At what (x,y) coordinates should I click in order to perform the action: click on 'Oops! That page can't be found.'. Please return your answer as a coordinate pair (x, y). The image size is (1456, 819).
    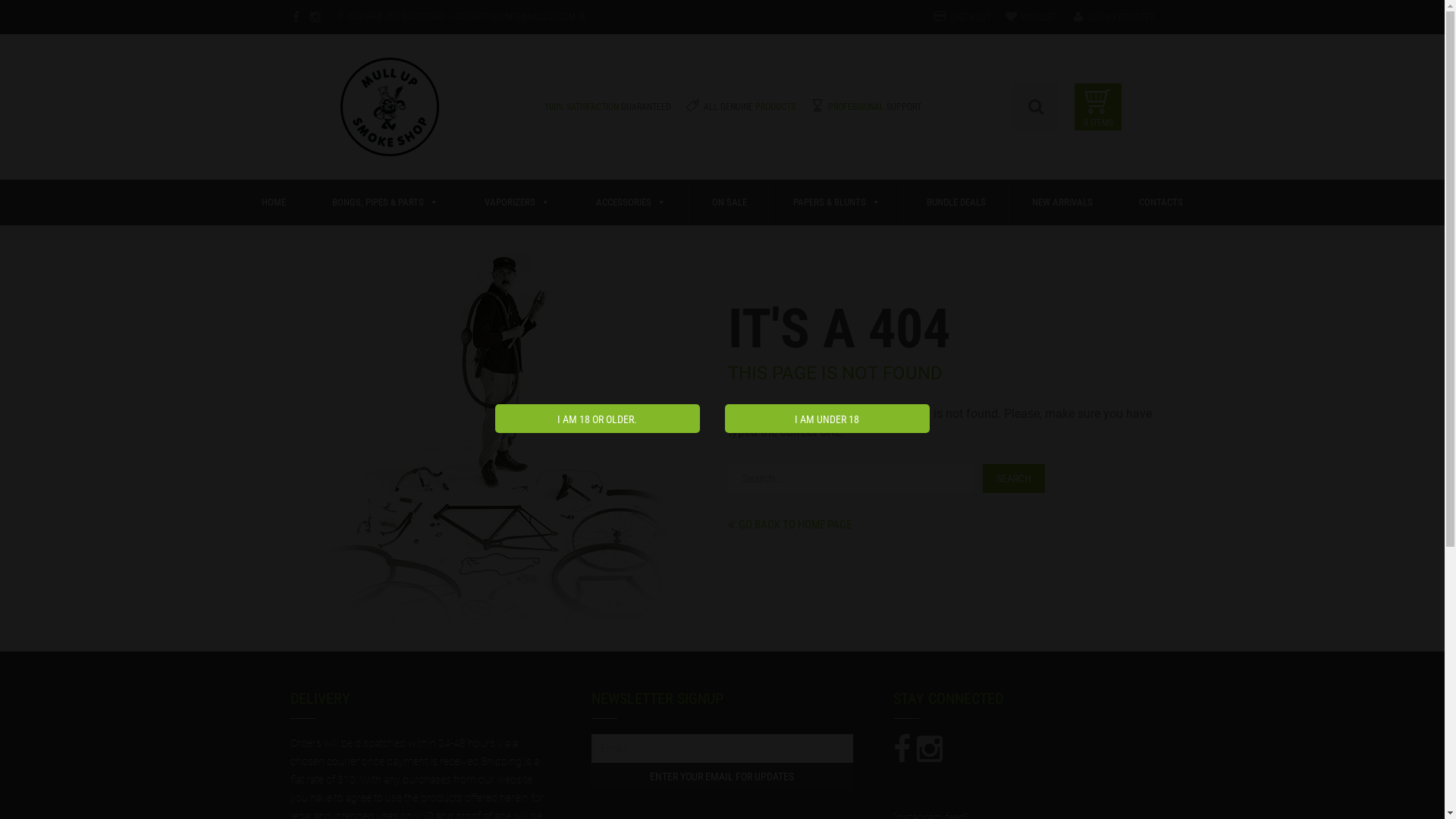
    Looking at the image, I should click on (508, 438).